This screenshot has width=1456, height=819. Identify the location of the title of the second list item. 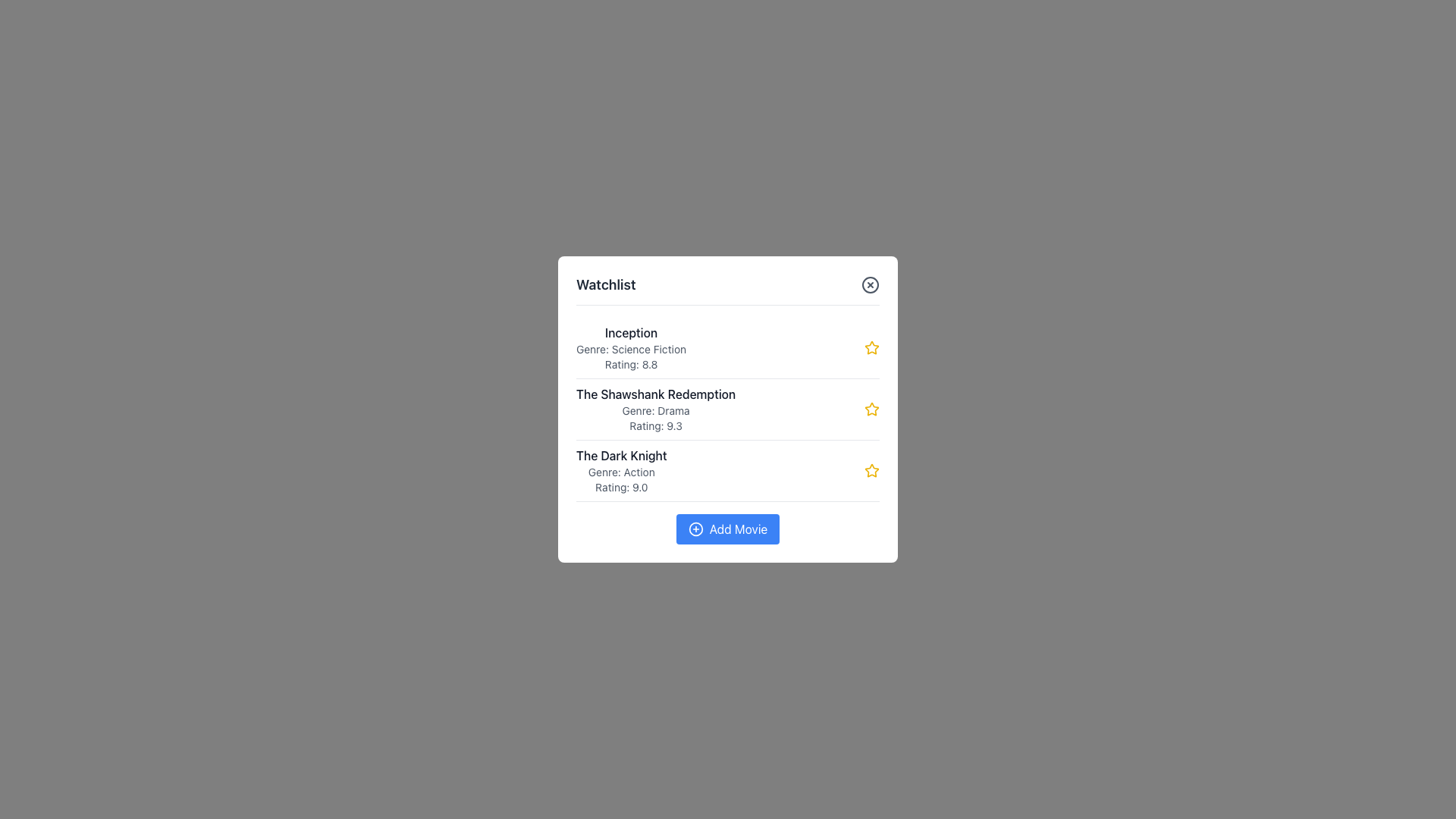
(728, 409).